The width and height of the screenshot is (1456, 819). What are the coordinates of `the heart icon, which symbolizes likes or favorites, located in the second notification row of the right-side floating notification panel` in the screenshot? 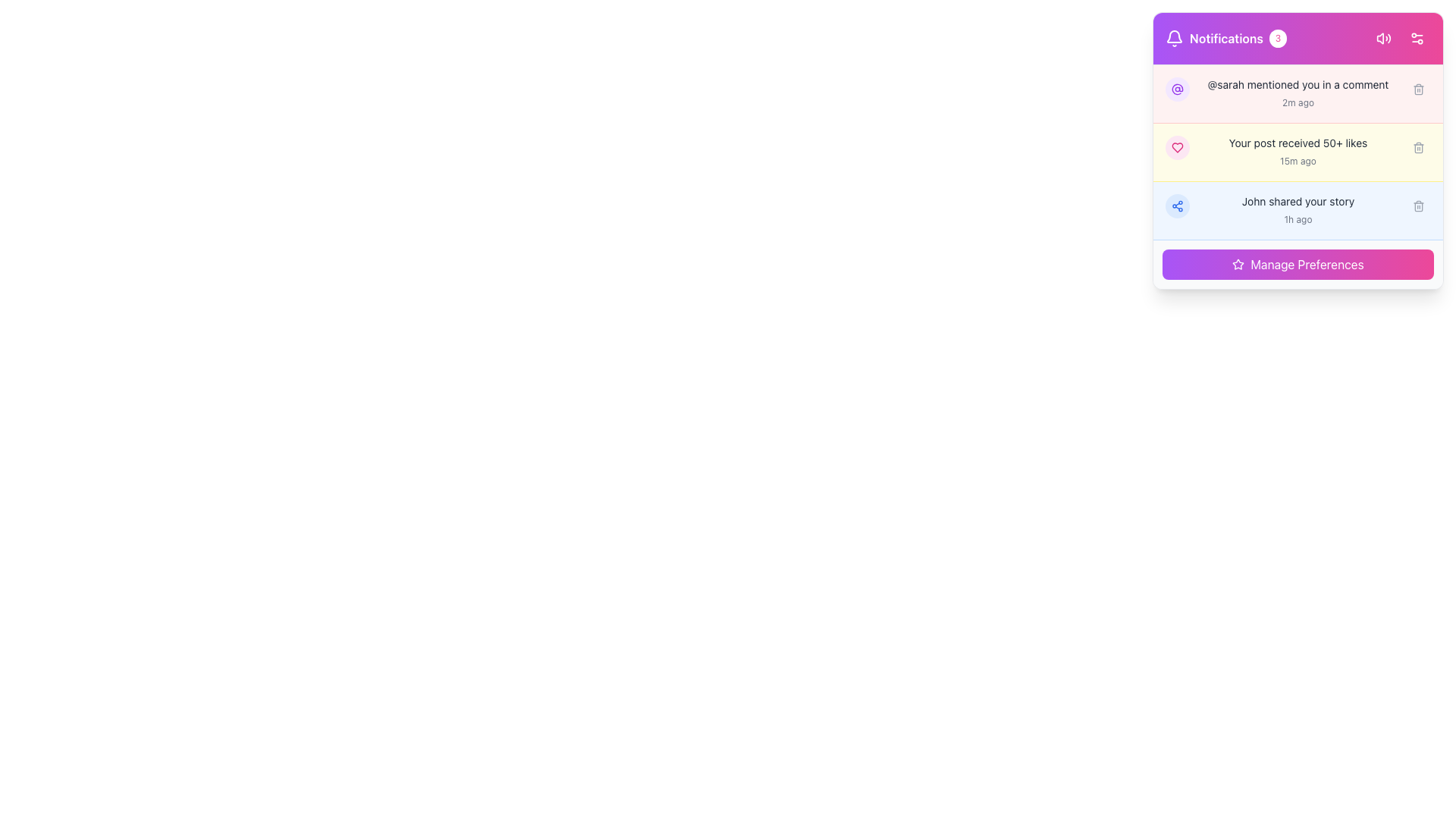 It's located at (1177, 148).